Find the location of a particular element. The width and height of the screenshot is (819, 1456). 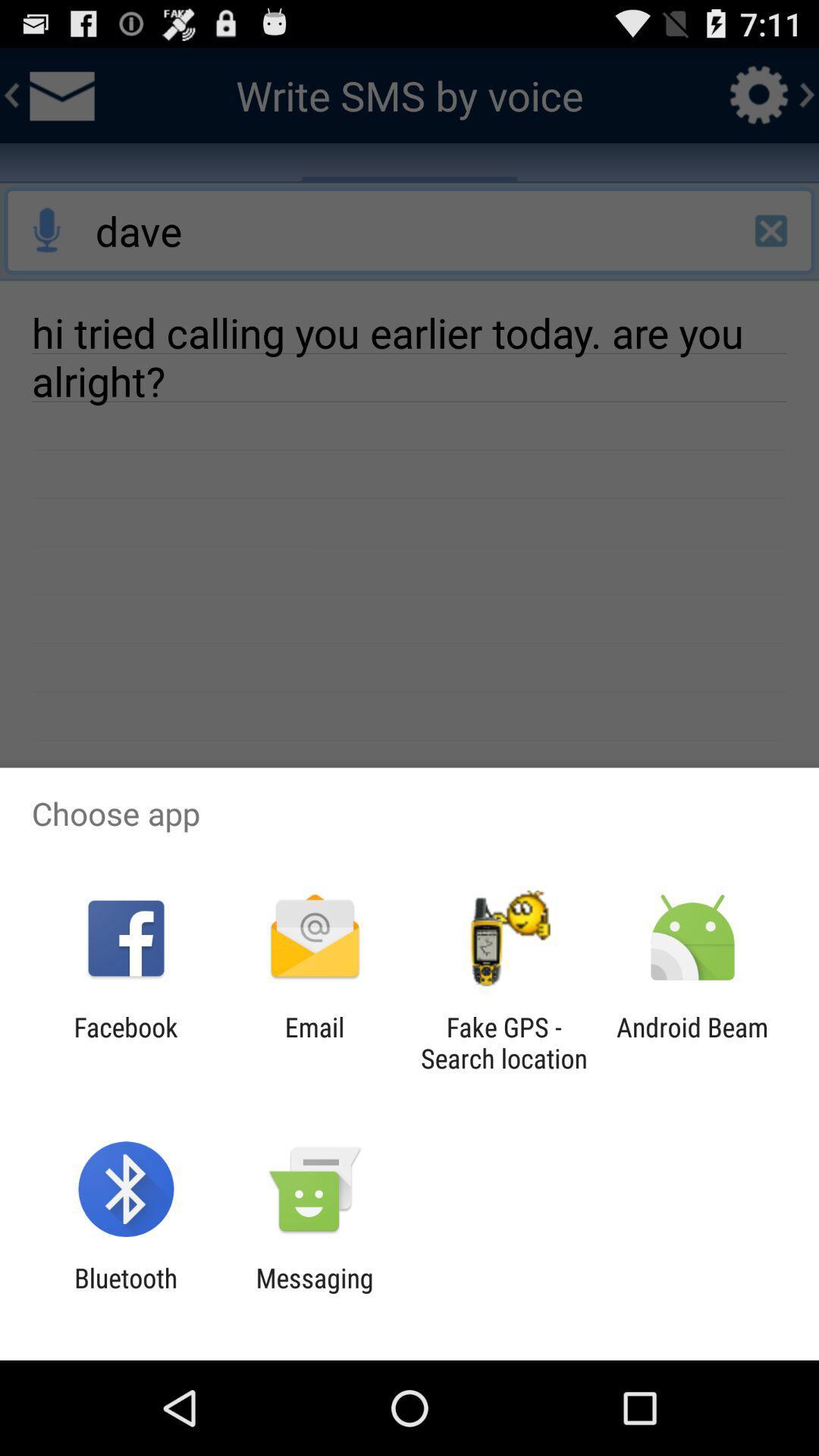

fake gps search is located at coordinates (504, 1042).